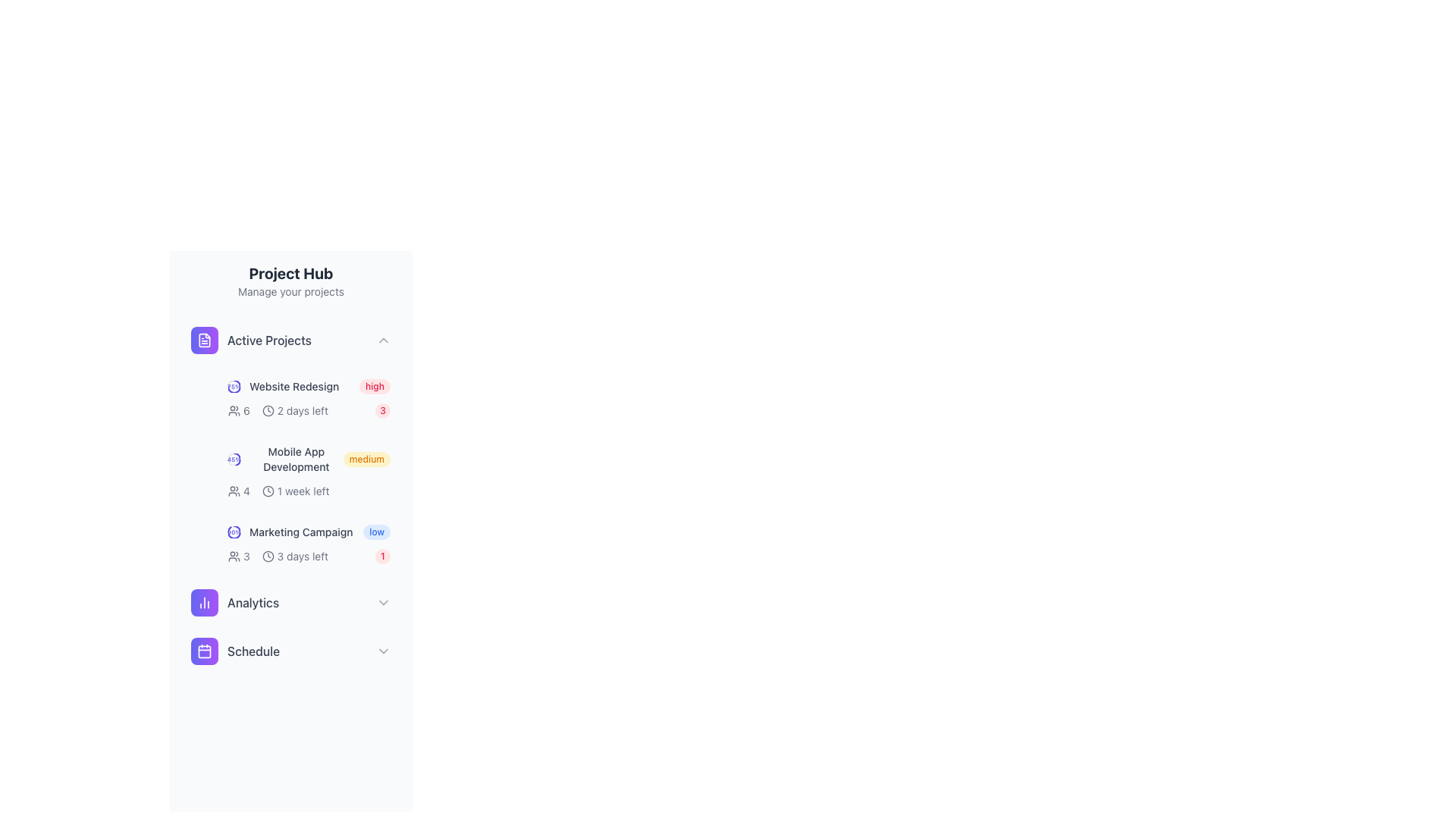 The width and height of the screenshot is (1456, 819). I want to click on the 'Analytics' label with a gradient purple icon, so click(234, 601).